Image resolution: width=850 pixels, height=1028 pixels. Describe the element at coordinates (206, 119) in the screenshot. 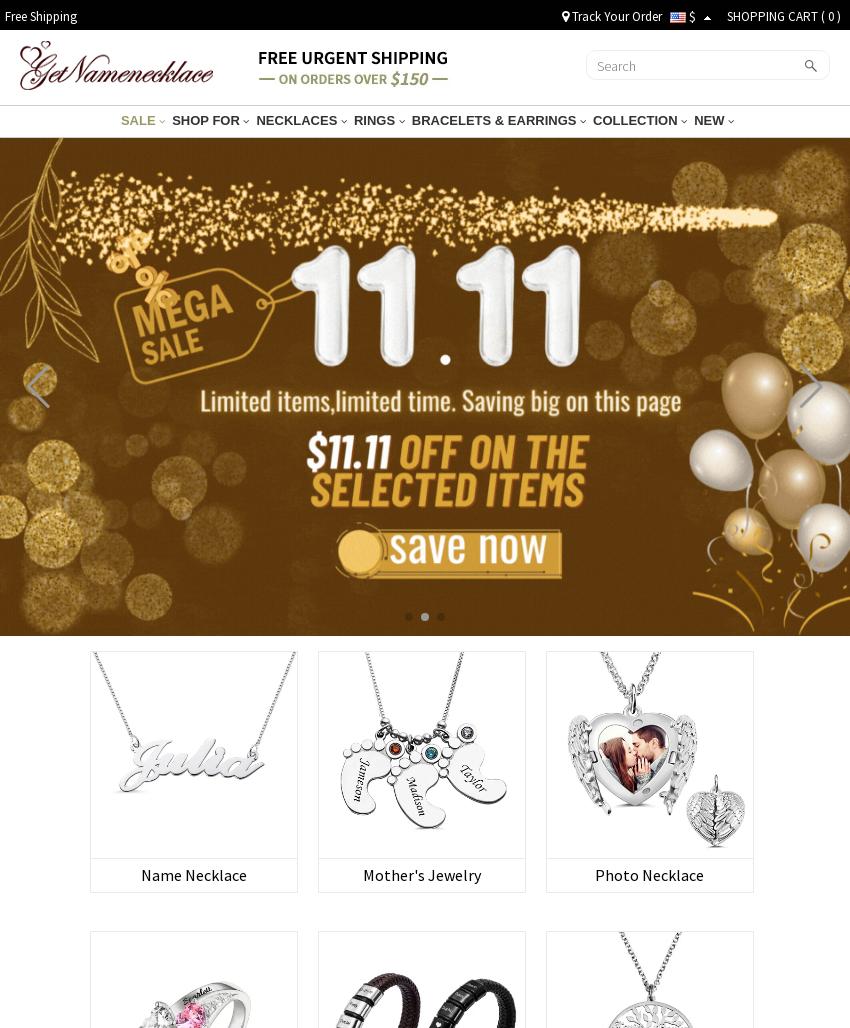

I see `'SHOP FOR'` at that location.